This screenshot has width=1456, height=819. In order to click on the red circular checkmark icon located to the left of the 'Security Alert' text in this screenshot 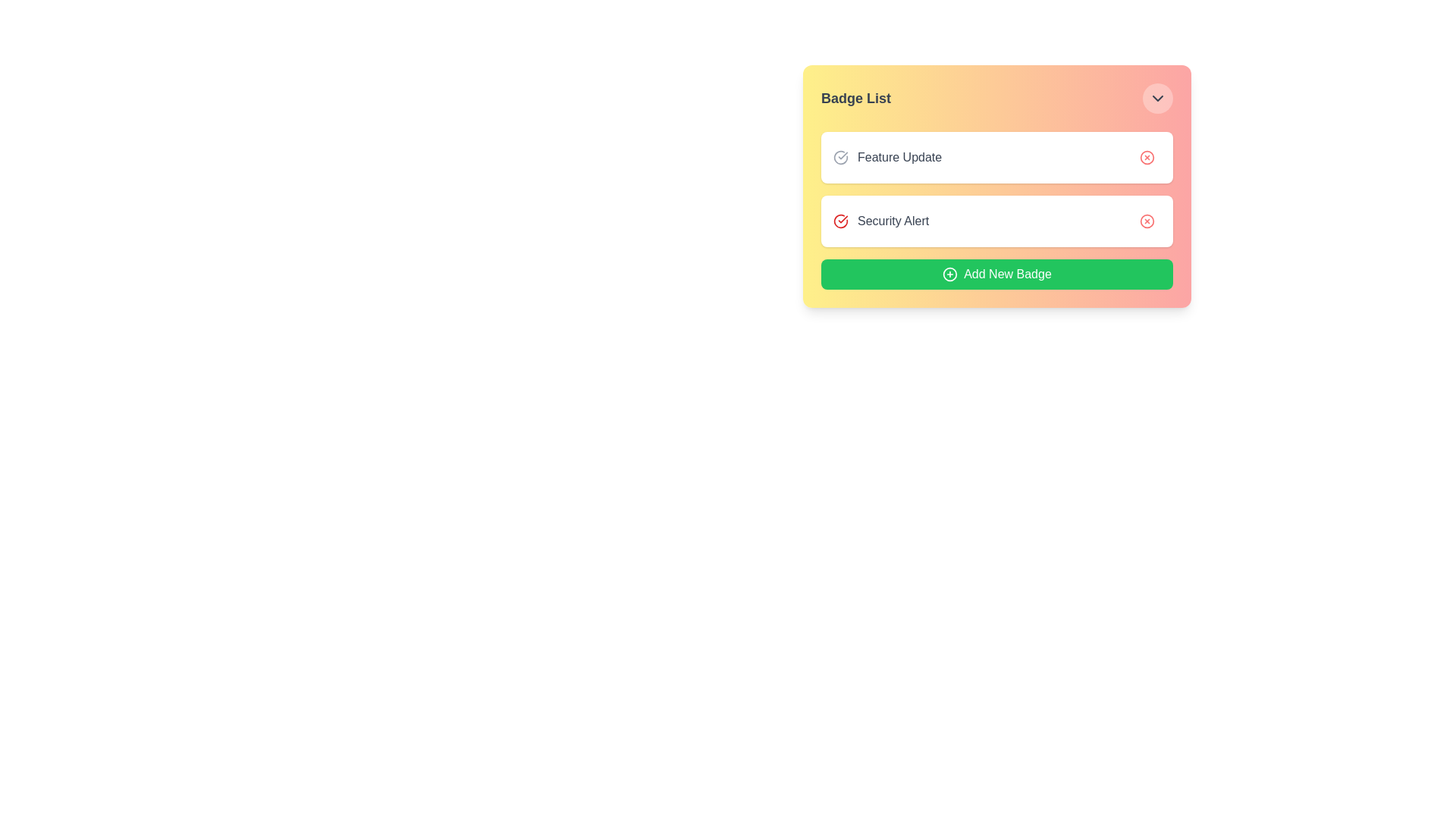, I will do `click(839, 221)`.